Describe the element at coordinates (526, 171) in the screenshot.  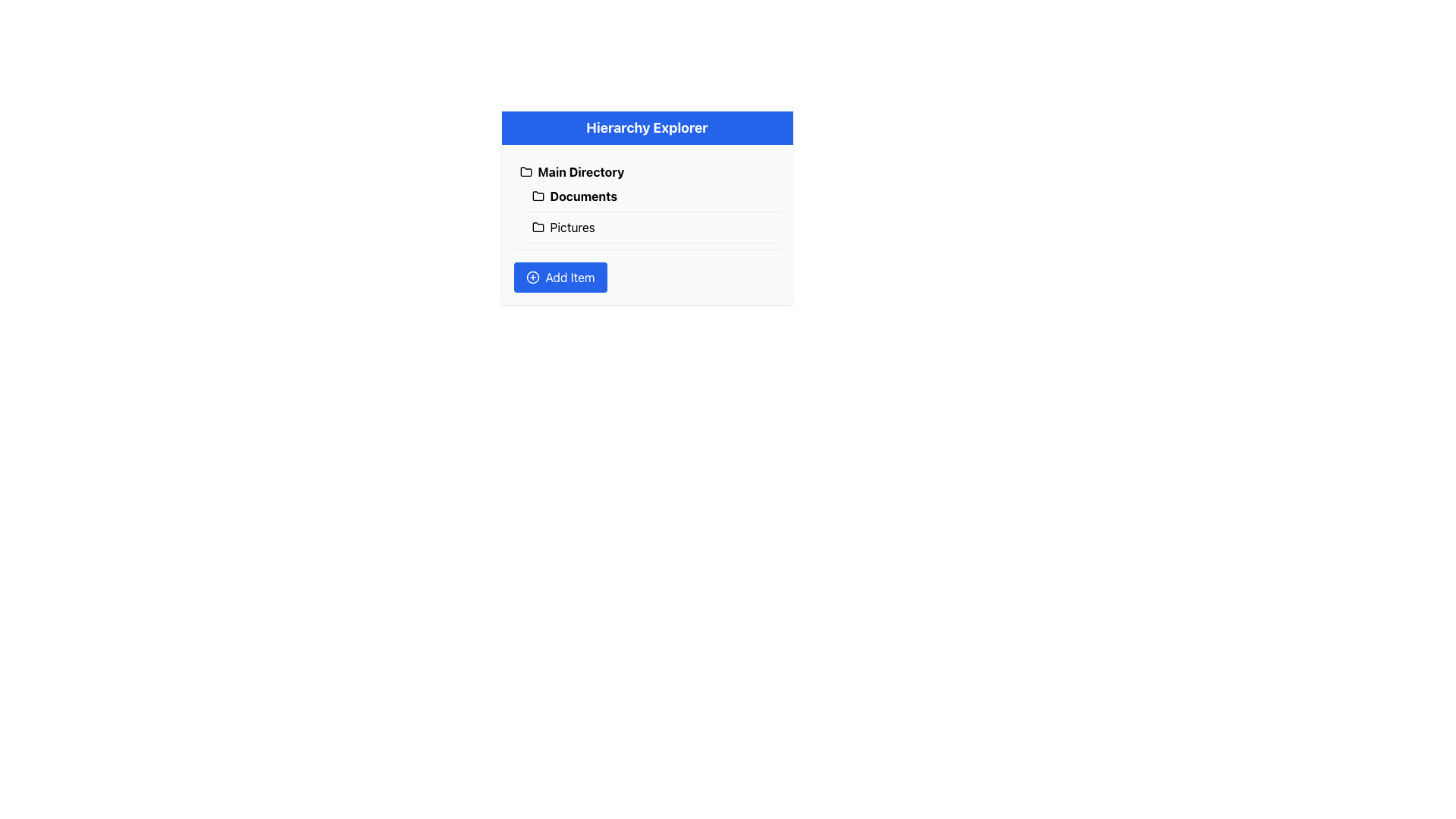
I see `the folder icon representing the 'Main Directory'` at that location.